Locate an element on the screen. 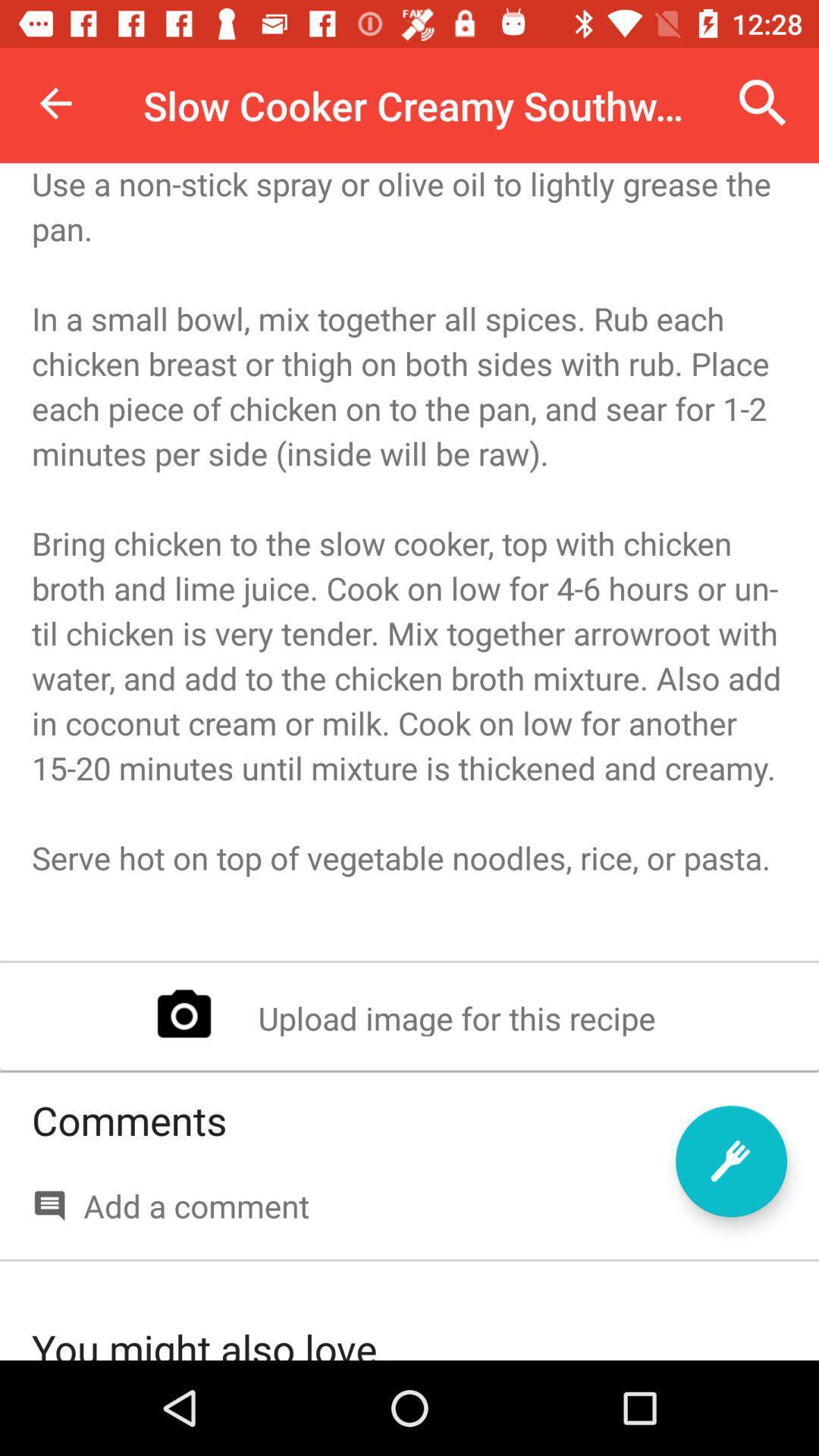  the item to the right of the comments item is located at coordinates (730, 1160).